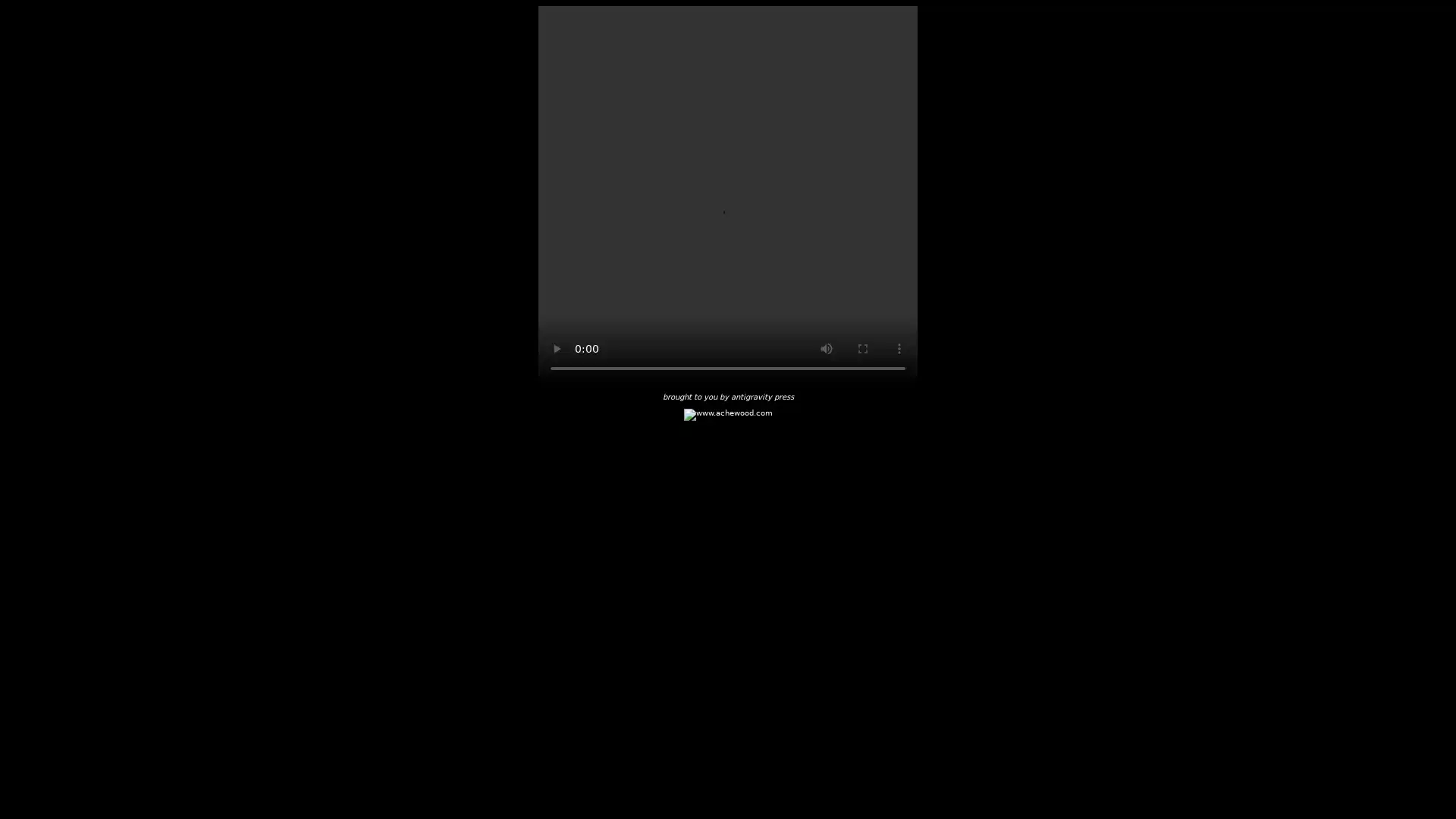 The width and height of the screenshot is (1456, 819). Describe the element at coordinates (825, 348) in the screenshot. I see `mute` at that location.